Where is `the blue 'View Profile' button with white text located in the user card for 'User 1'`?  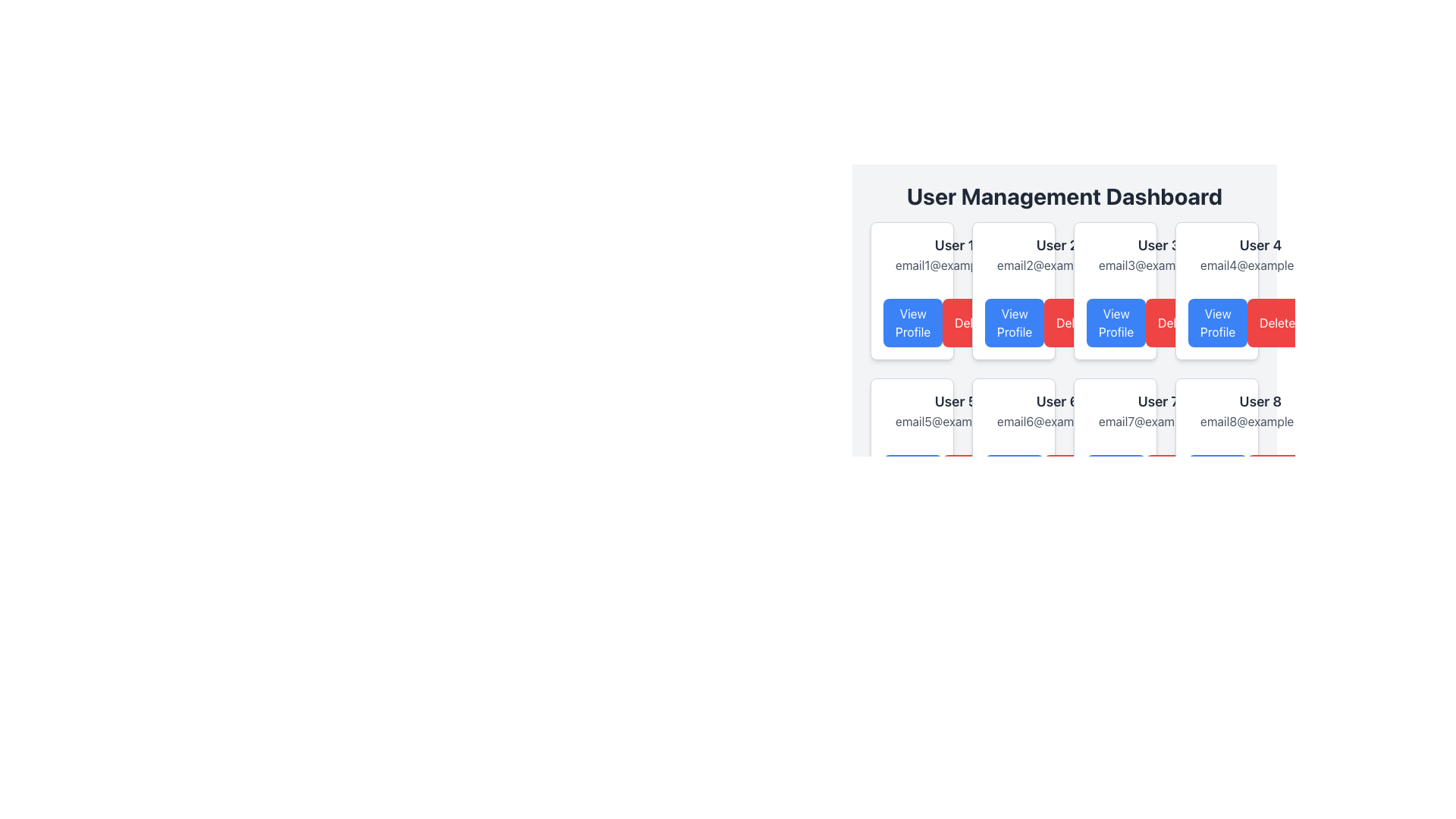 the blue 'View Profile' button with white text located in the user card for 'User 1' is located at coordinates (912, 322).